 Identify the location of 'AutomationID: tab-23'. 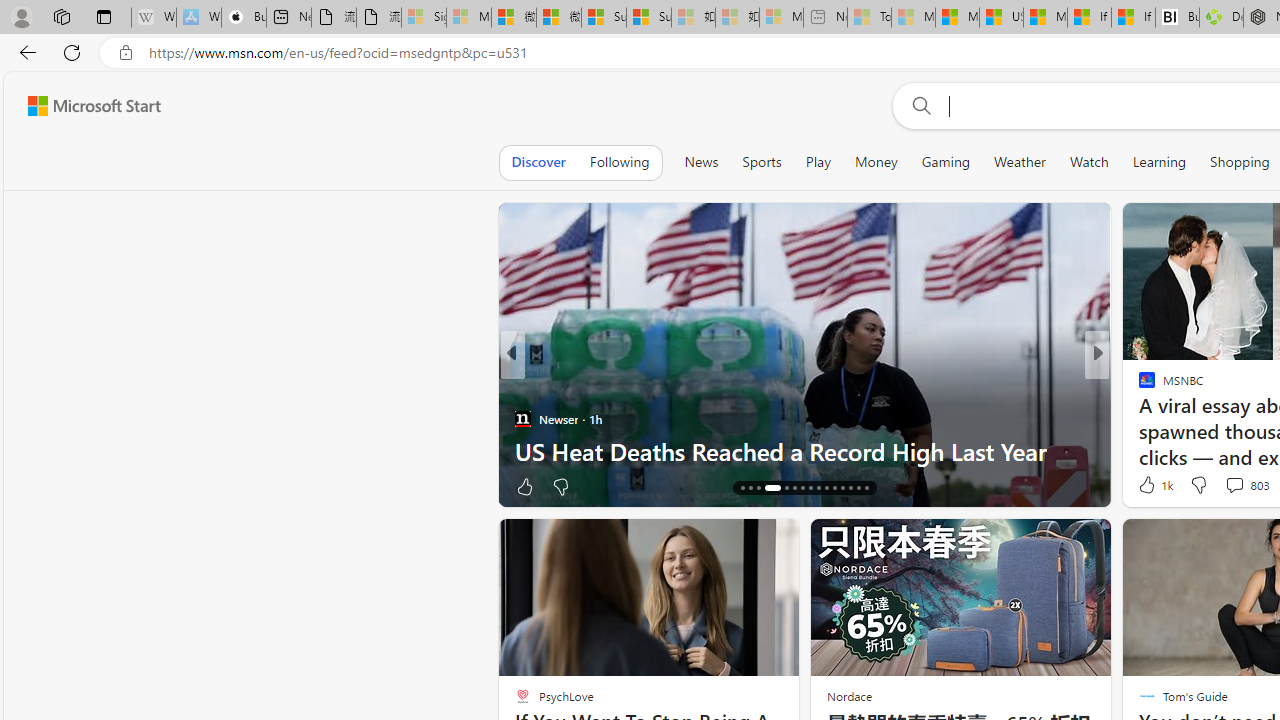
(810, 488).